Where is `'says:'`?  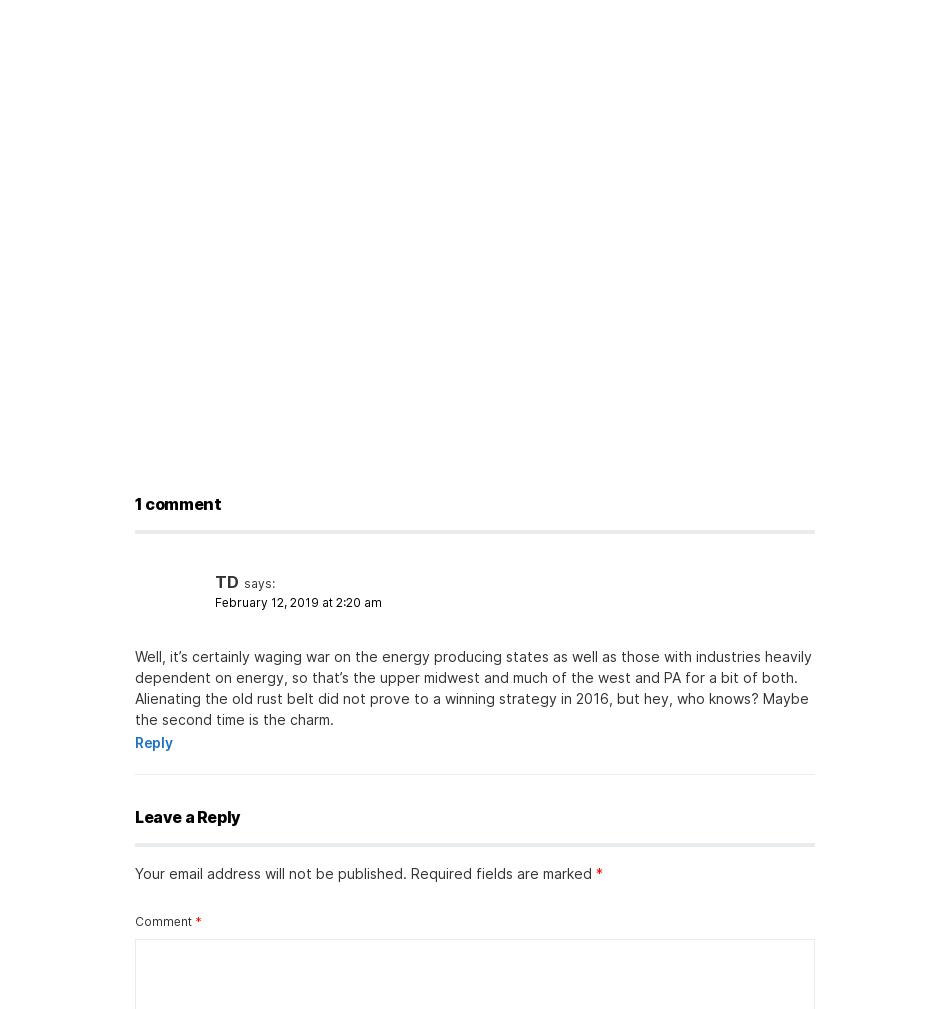 'says:' is located at coordinates (258, 583).